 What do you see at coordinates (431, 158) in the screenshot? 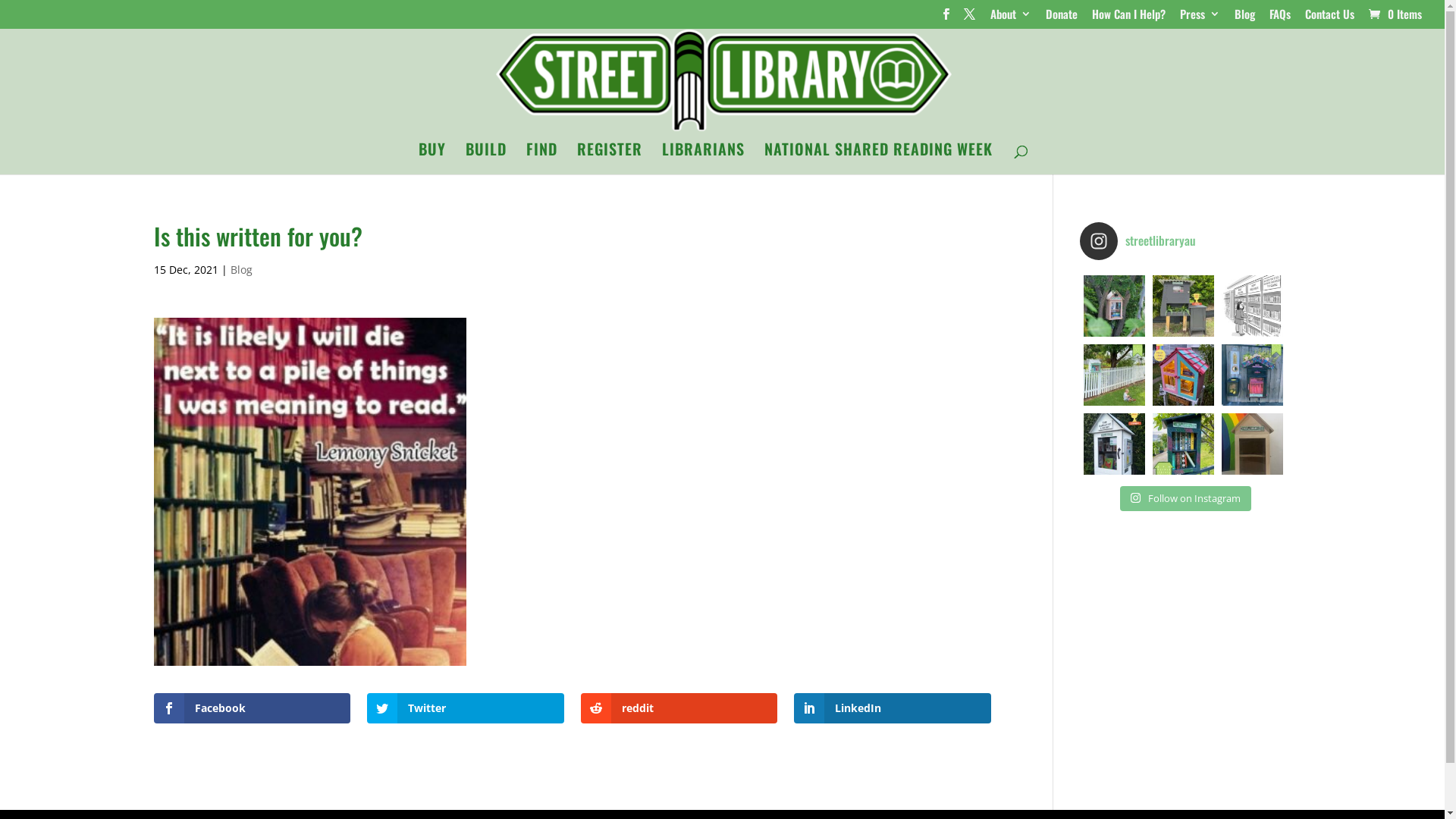
I see `'BUY'` at bounding box center [431, 158].